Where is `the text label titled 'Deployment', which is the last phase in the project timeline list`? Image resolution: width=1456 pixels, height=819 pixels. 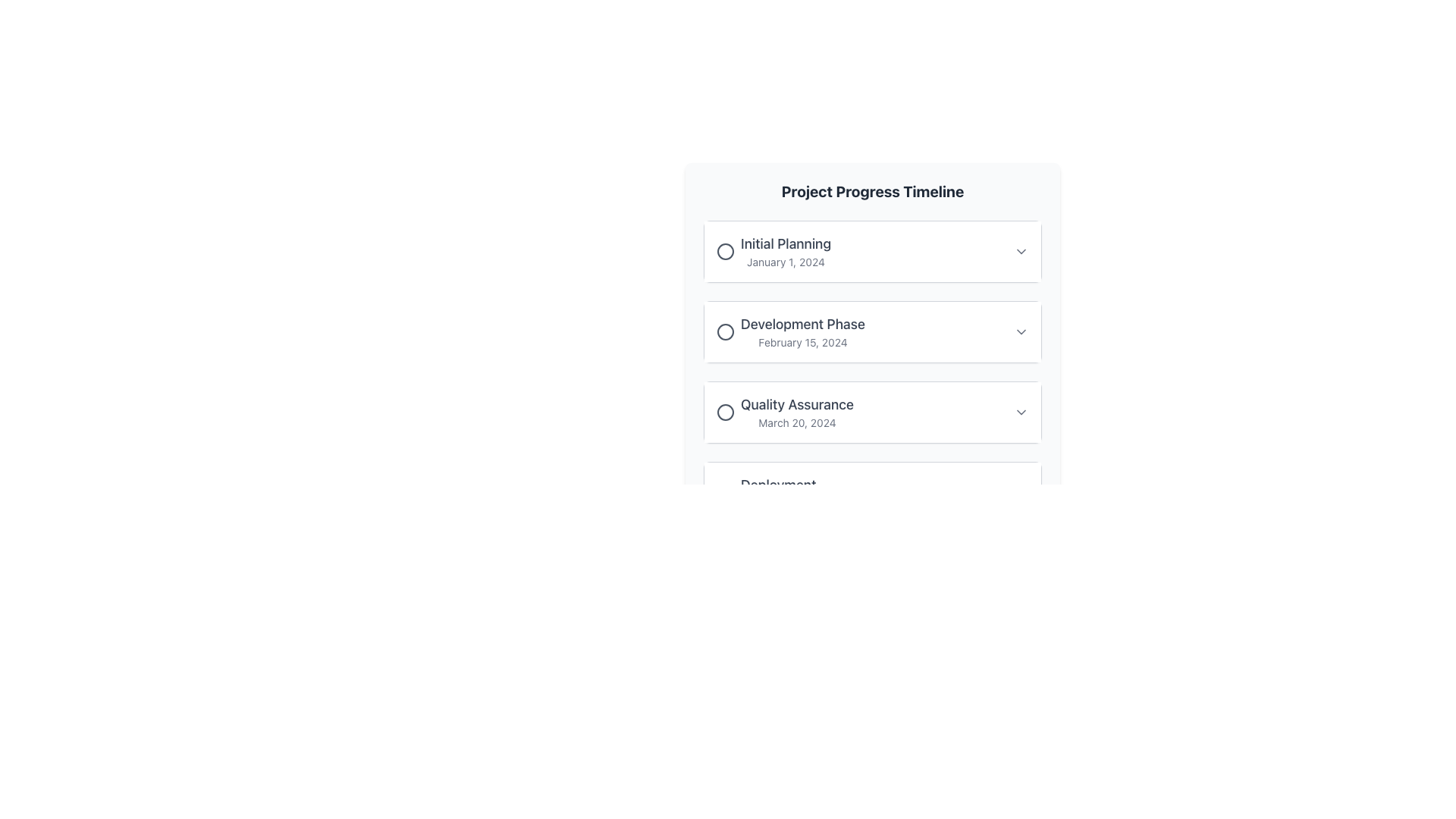
the text label titled 'Deployment', which is the last phase in the project timeline list is located at coordinates (778, 485).